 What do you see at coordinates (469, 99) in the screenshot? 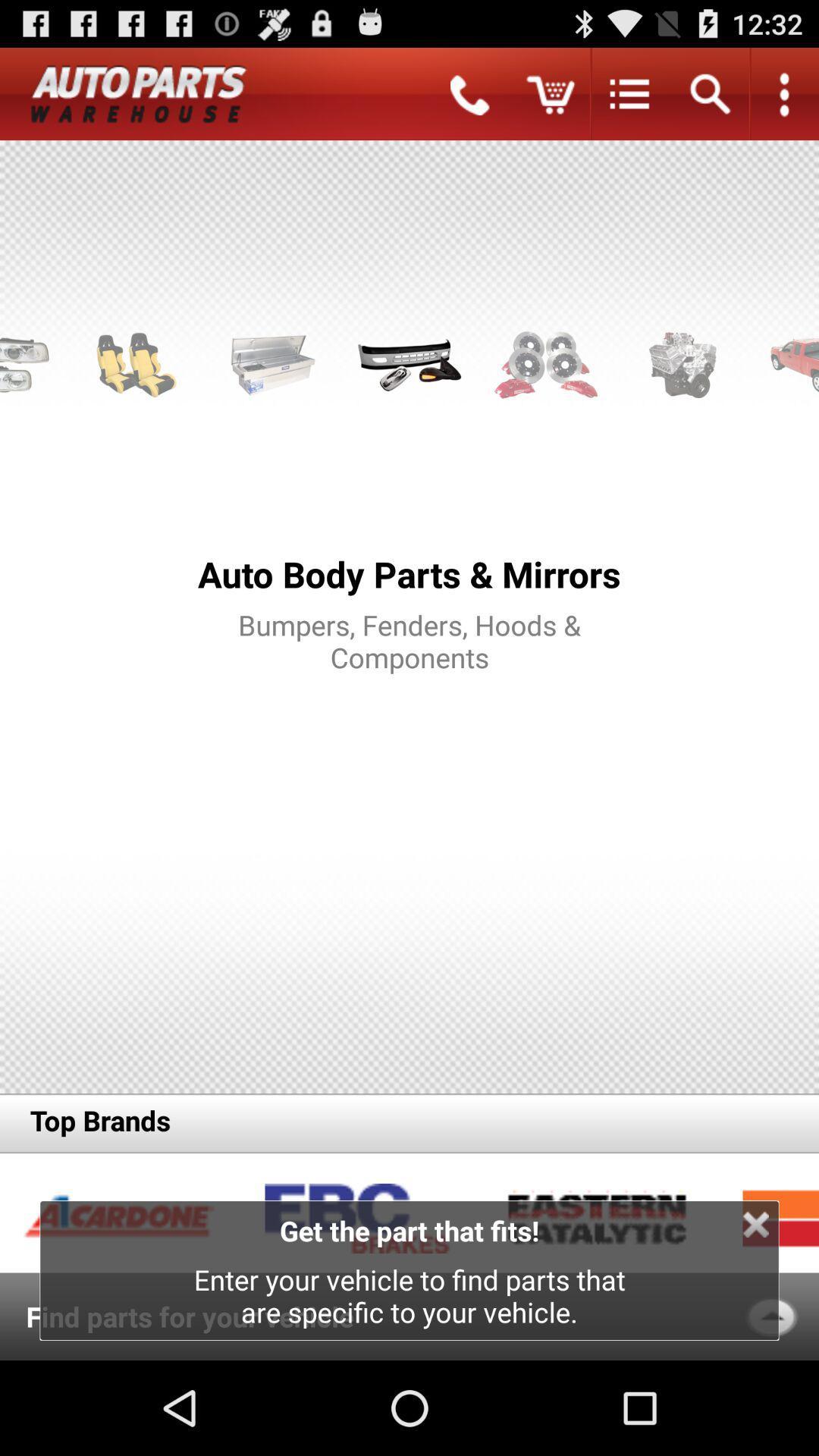
I see `the call icon` at bounding box center [469, 99].